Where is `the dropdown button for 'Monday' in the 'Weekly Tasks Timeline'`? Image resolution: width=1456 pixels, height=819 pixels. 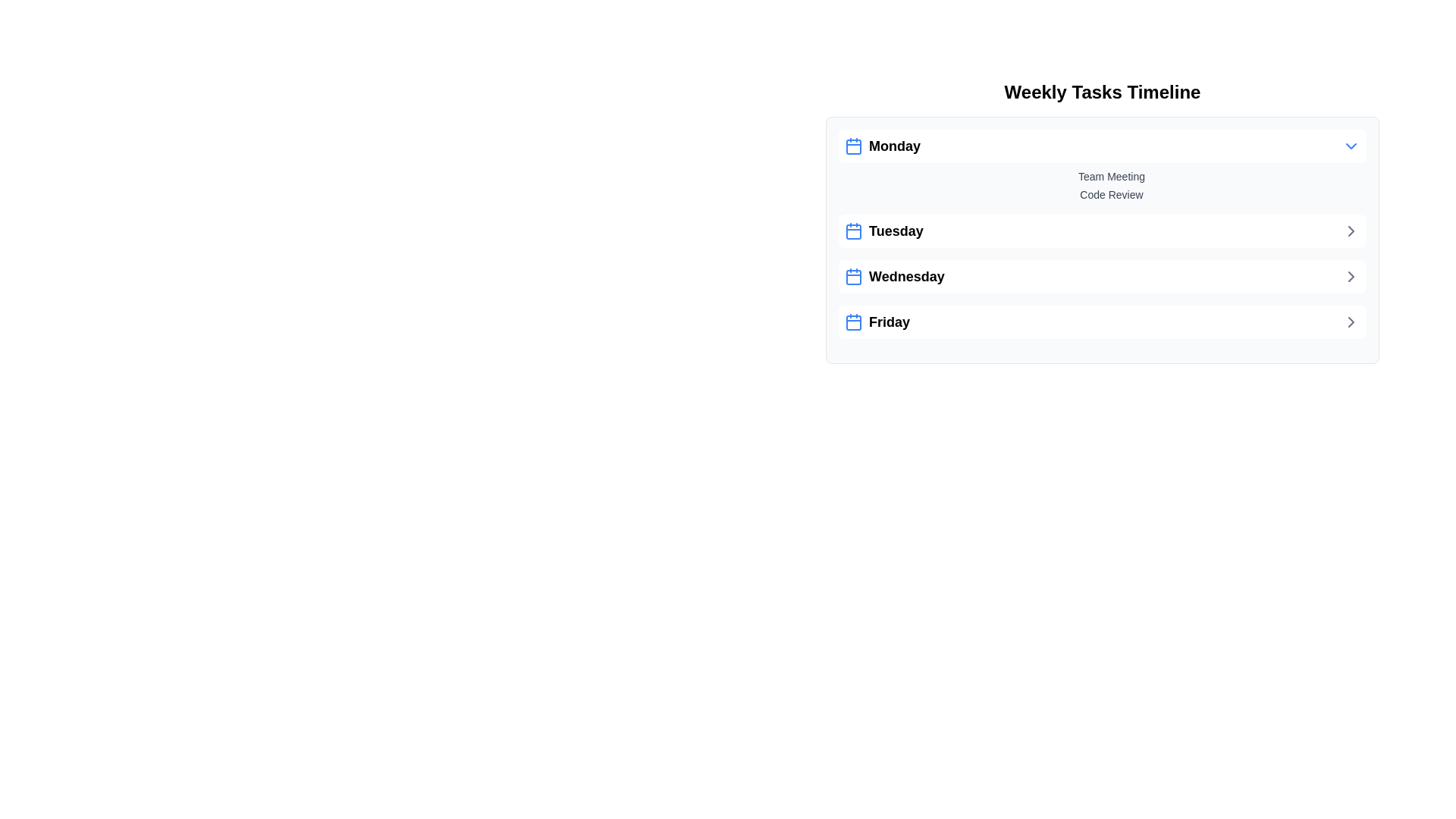
the dropdown button for 'Monday' in the 'Weekly Tasks Timeline' is located at coordinates (1103, 146).